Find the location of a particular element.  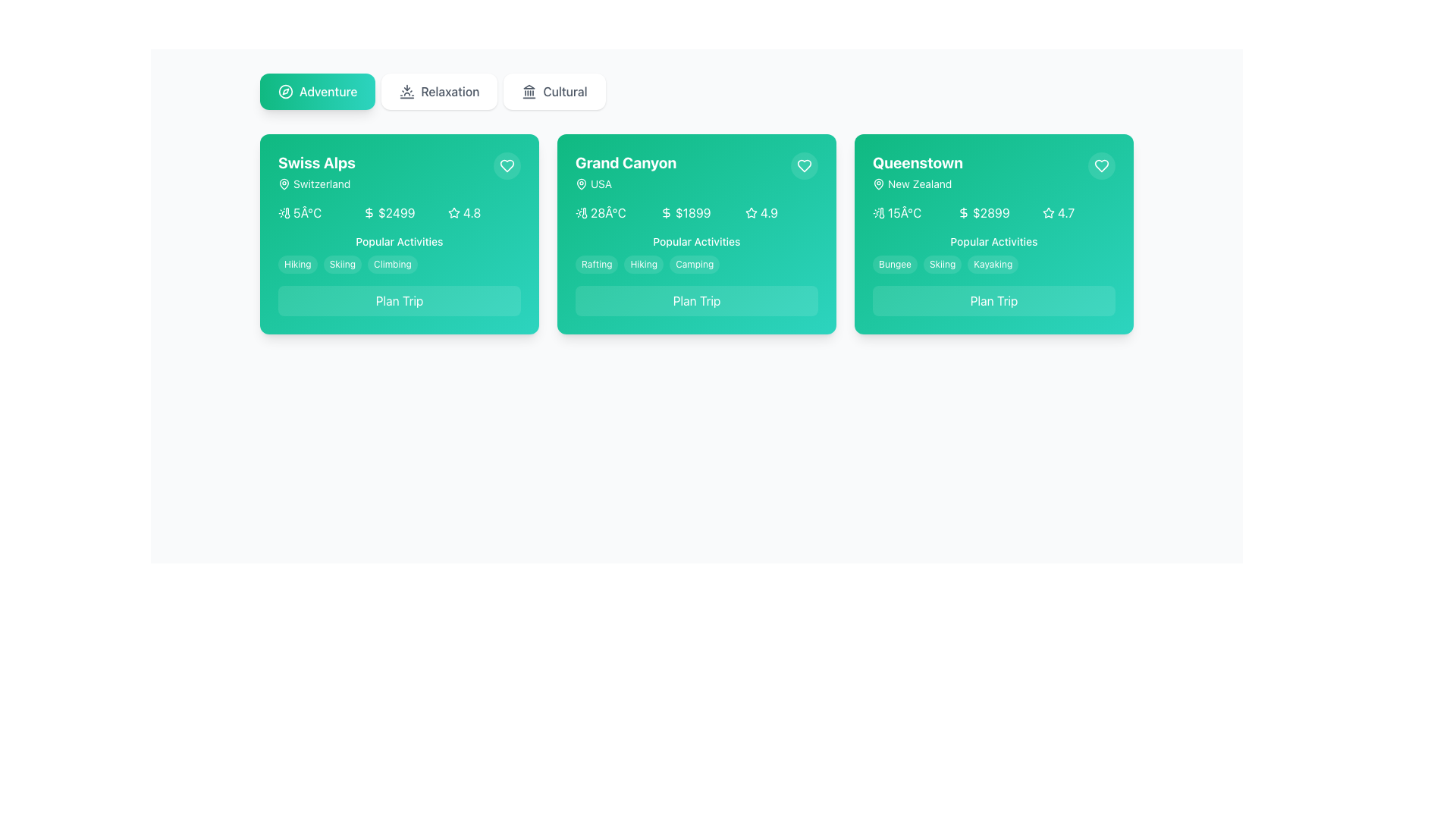

text component displaying 'New Zealand' located beneath the 'Queenstown' heading in the rightmost travel card is located at coordinates (919, 184).